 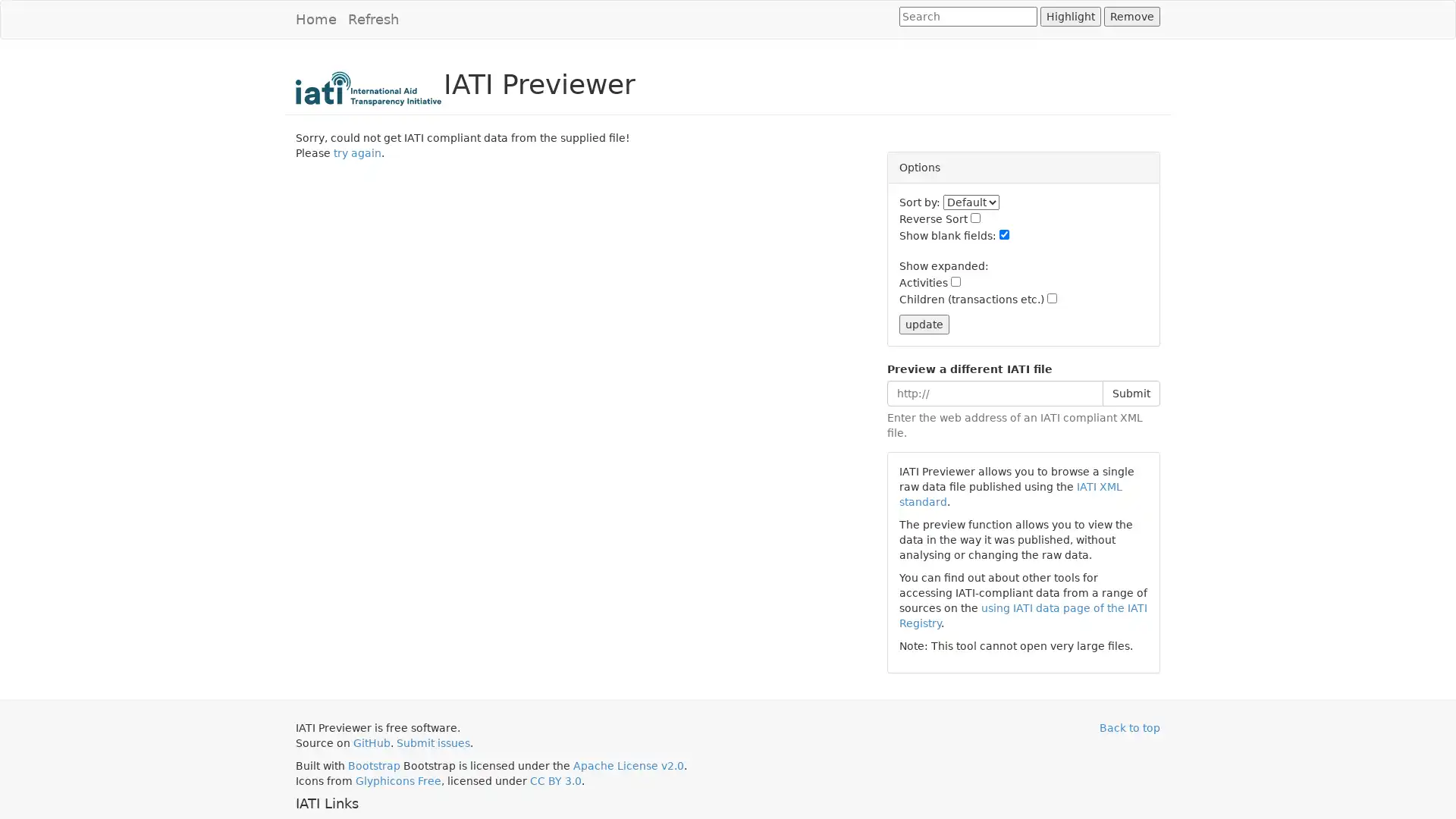 I want to click on Submit, so click(x=1131, y=393).